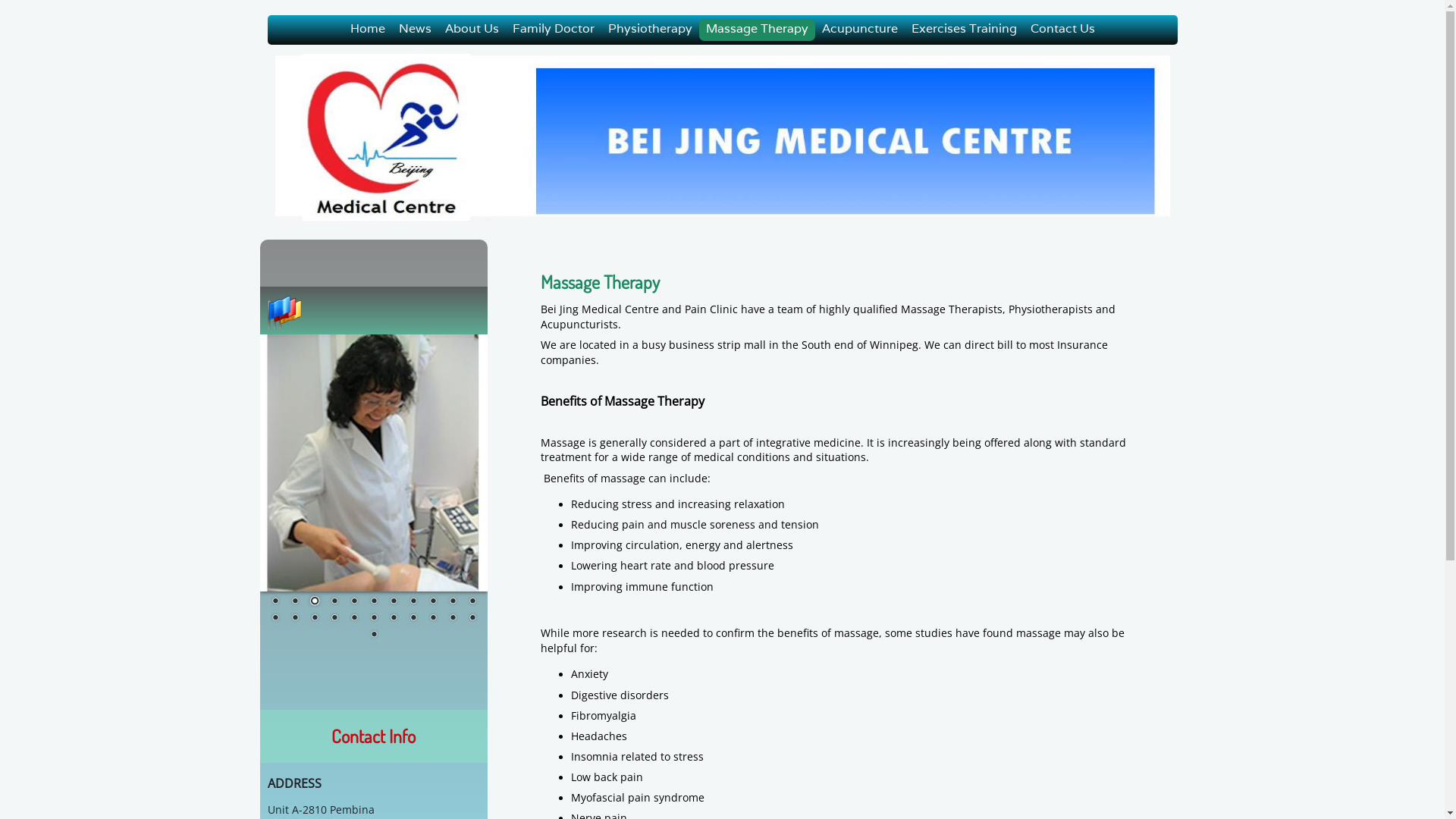 This screenshot has height=819, width=1456. I want to click on '21', so click(451, 619).